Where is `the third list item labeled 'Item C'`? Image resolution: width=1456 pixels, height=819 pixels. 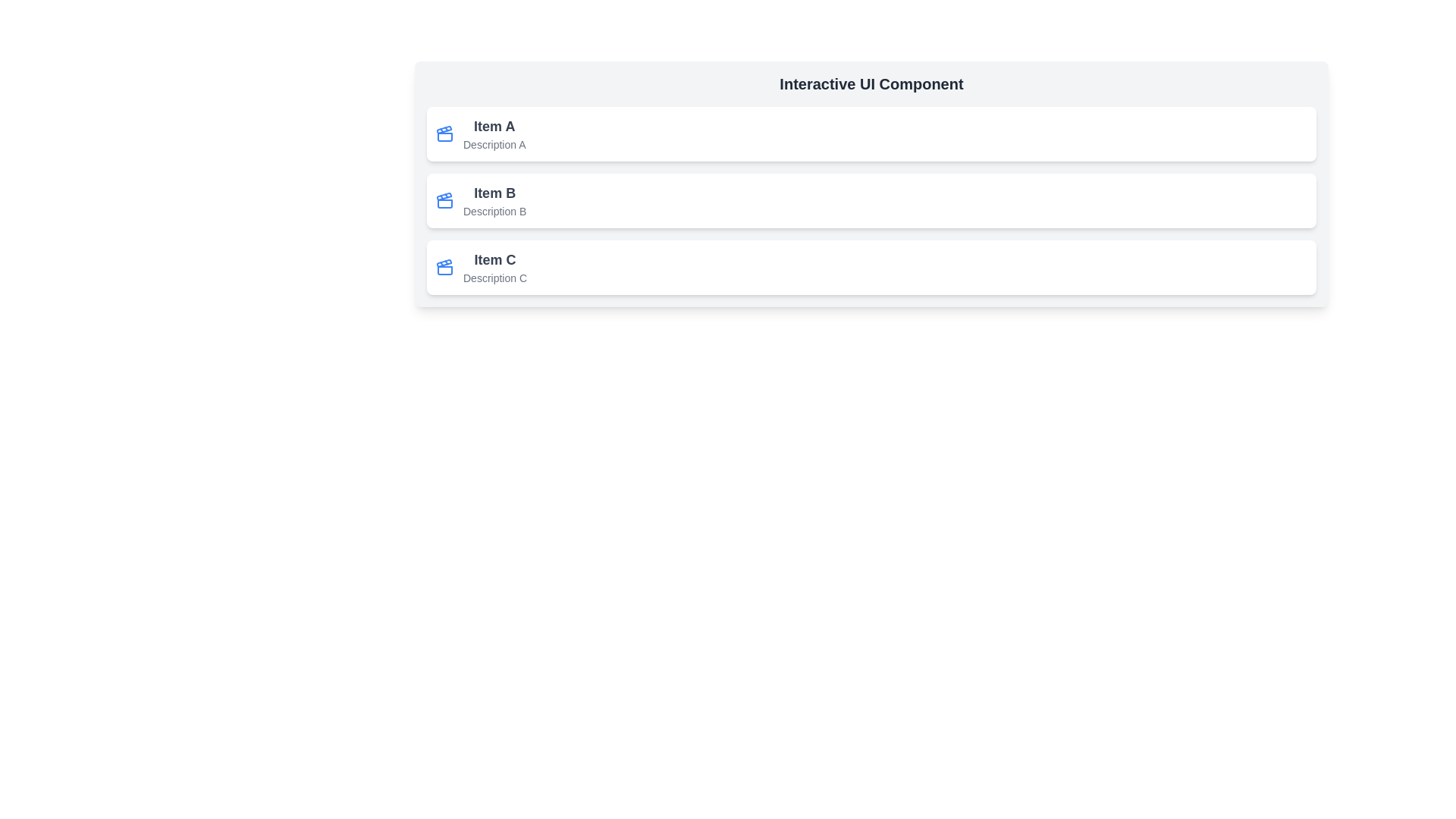
the third list item labeled 'Item C' is located at coordinates (494, 267).